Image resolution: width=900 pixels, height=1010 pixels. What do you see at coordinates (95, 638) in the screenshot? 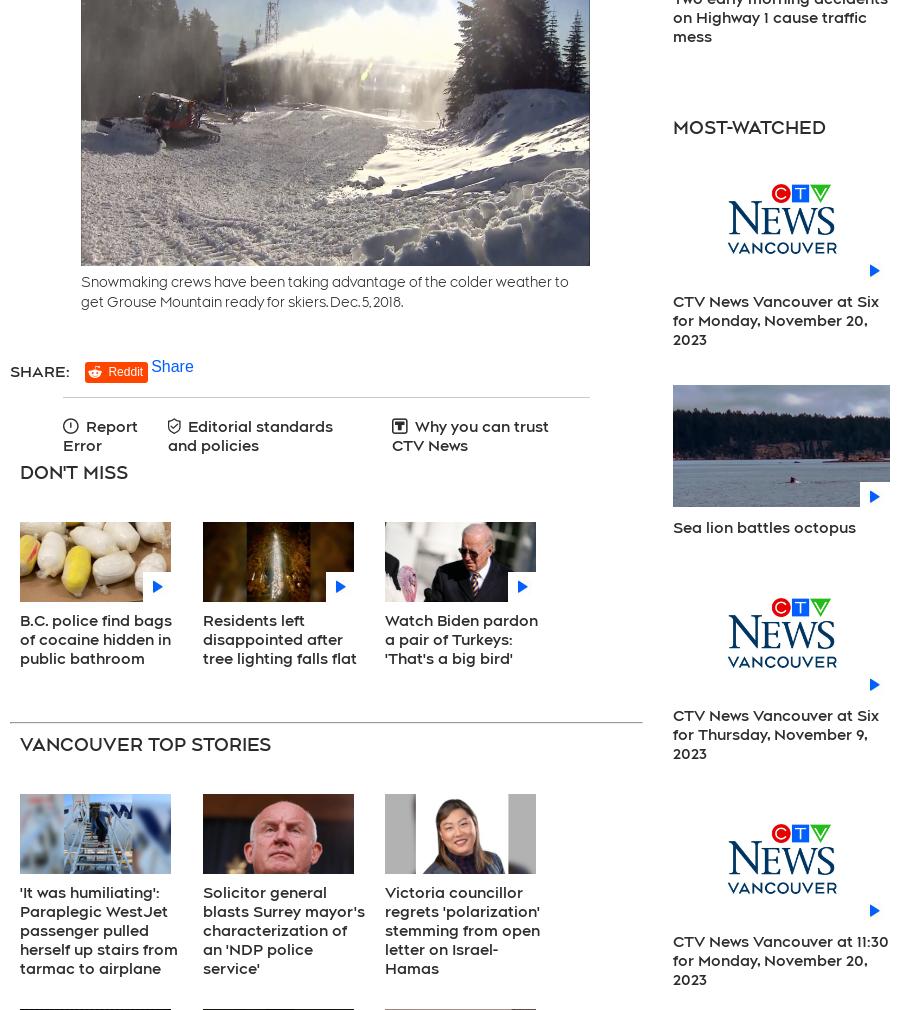
I see `'B.C. police find bags of cocaine hidden in public bathroom'` at bounding box center [95, 638].